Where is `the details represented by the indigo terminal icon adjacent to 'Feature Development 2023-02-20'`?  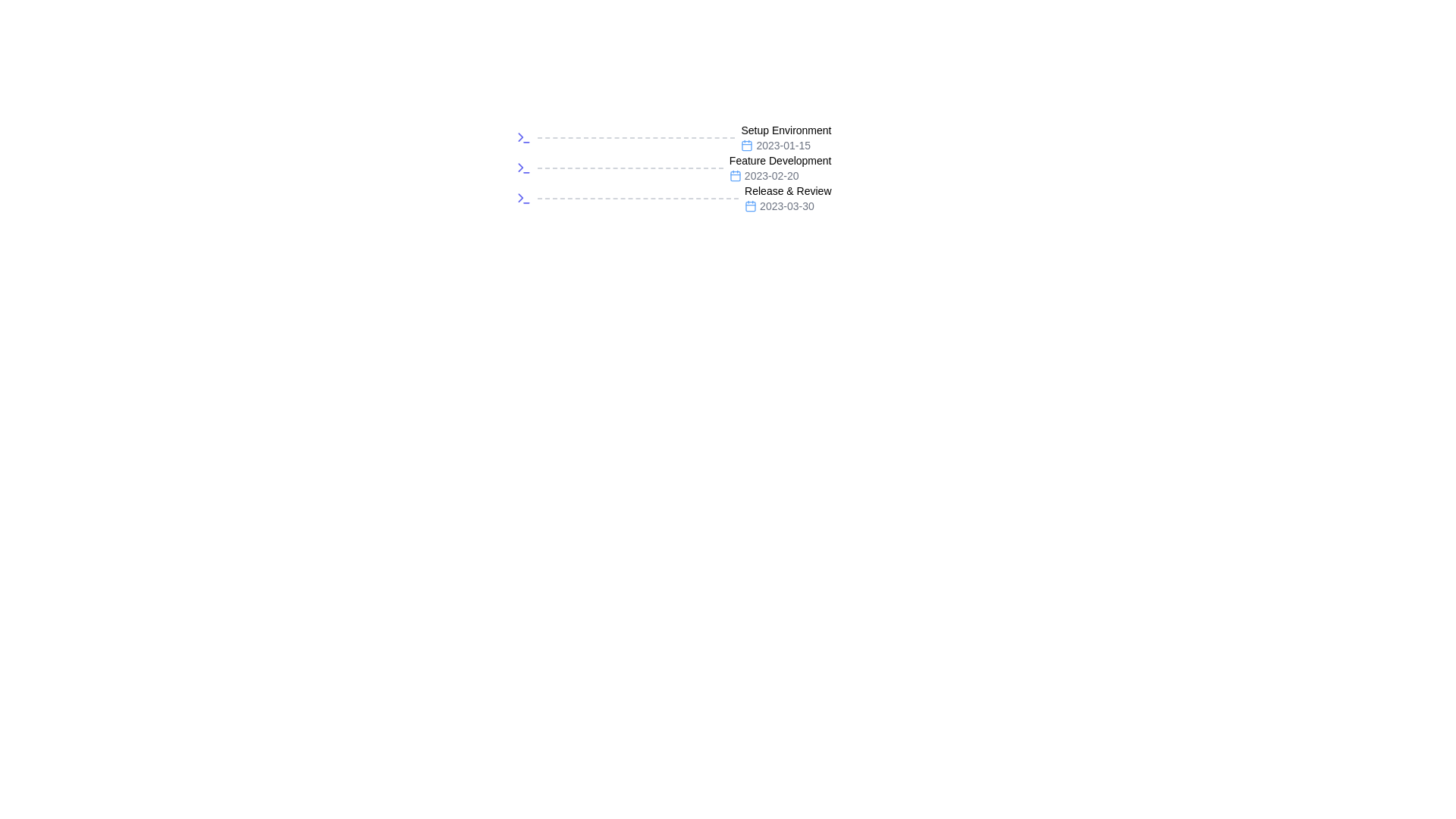
the details represented by the indigo terminal icon adjacent to 'Feature Development 2023-02-20' is located at coordinates (523, 168).